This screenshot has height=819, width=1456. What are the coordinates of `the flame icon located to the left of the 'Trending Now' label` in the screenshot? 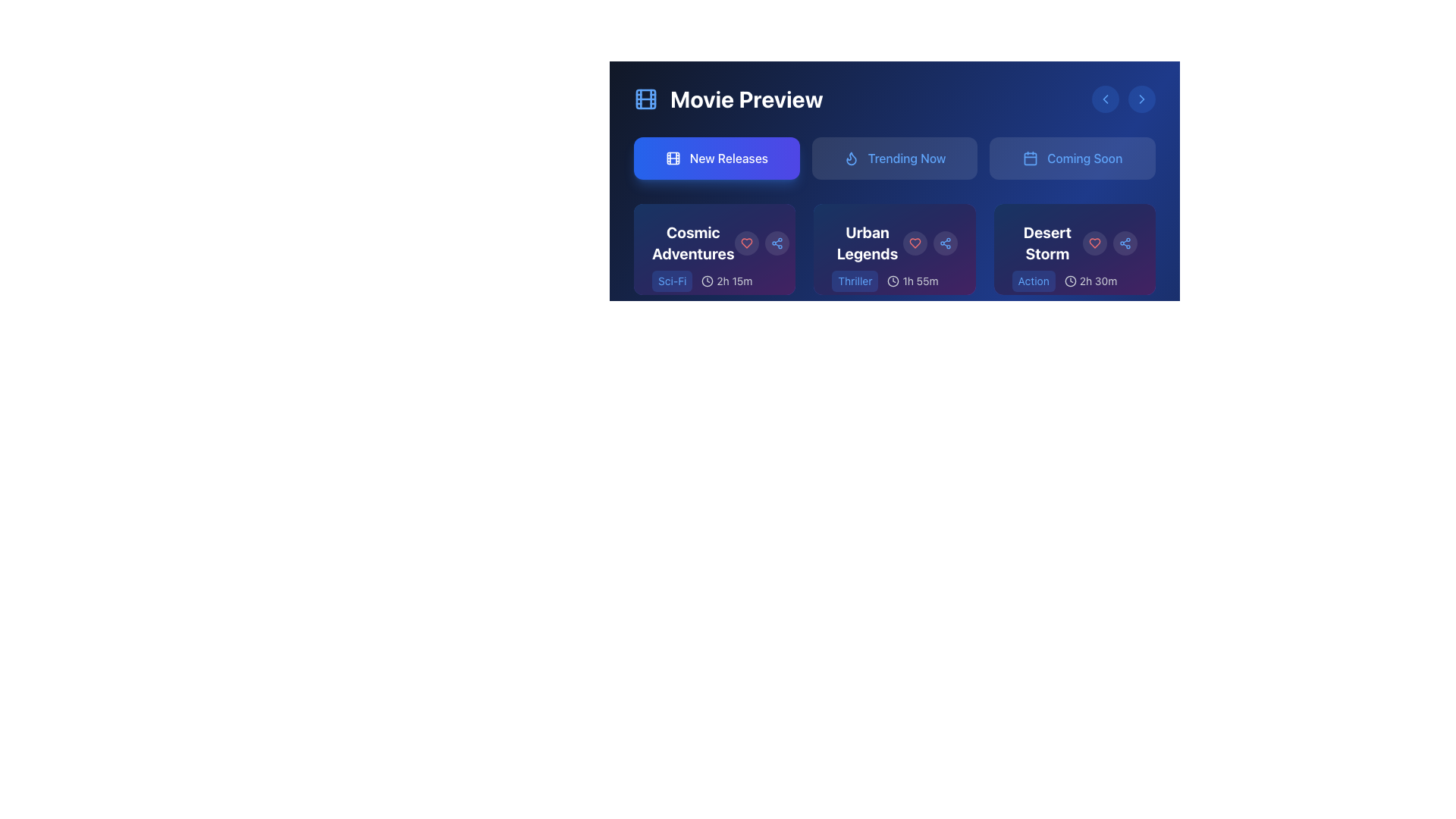 It's located at (851, 158).